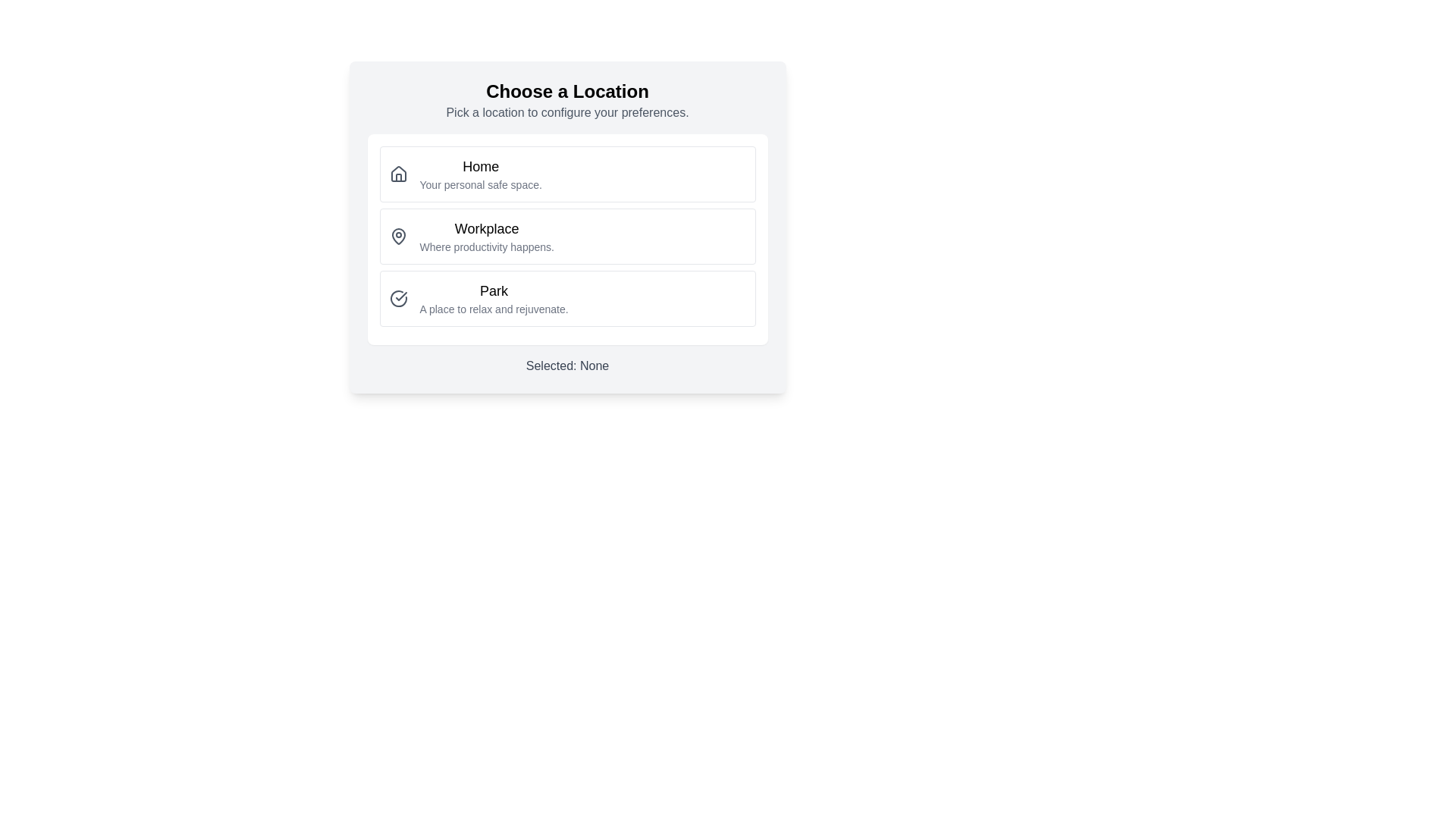 The image size is (1456, 819). I want to click on the 'Workplace' icon in the location selection interface, so click(398, 237).